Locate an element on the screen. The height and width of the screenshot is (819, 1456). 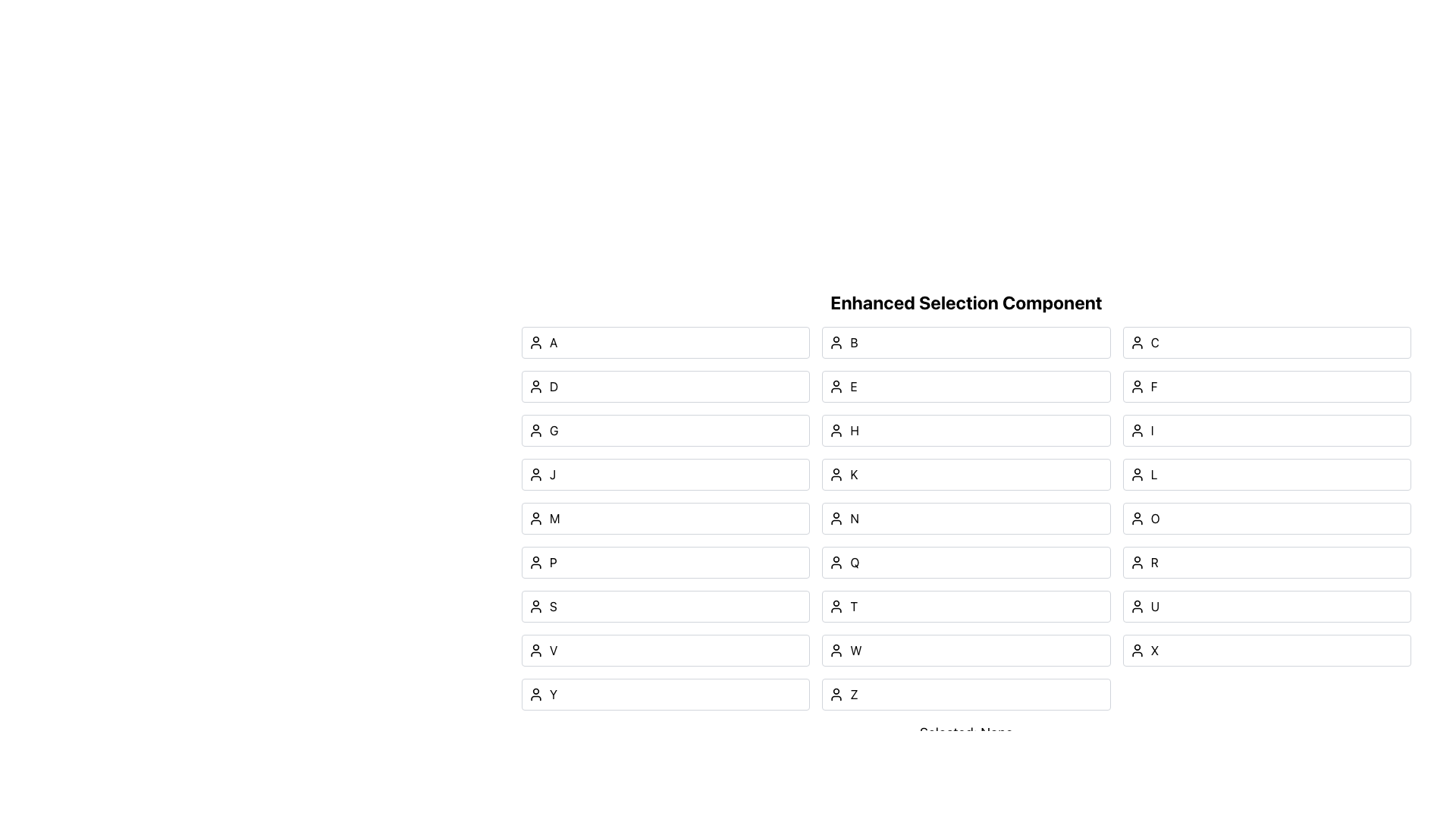
the selectable option button labeled 'K' located in the fourth row and second column of the grid layout under the title 'Enhanced Selection Component' is located at coordinates (965, 473).